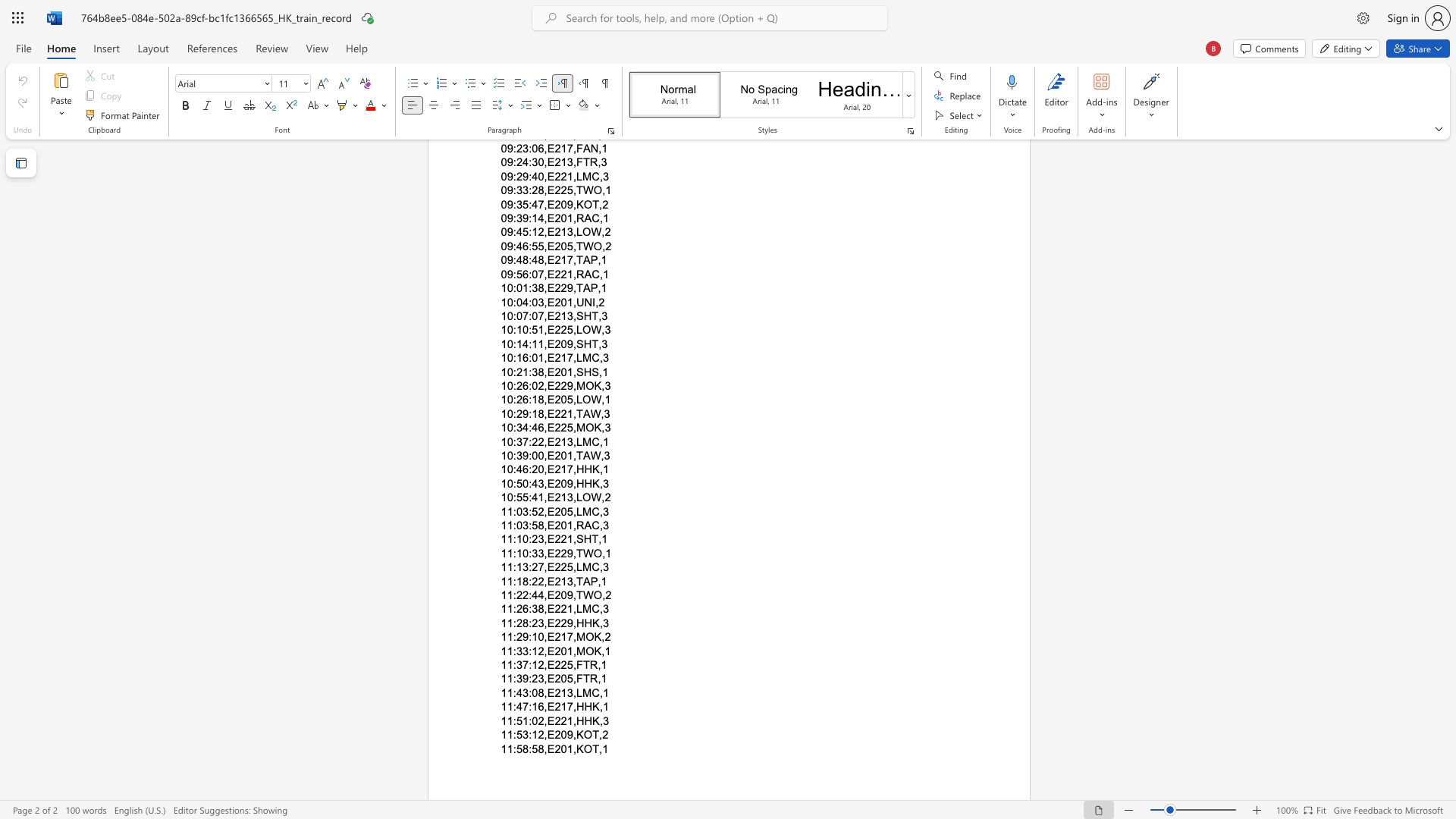 The image size is (1456, 819). I want to click on the space between the continuous character "2" and "0" in the text, so click(560, 650).